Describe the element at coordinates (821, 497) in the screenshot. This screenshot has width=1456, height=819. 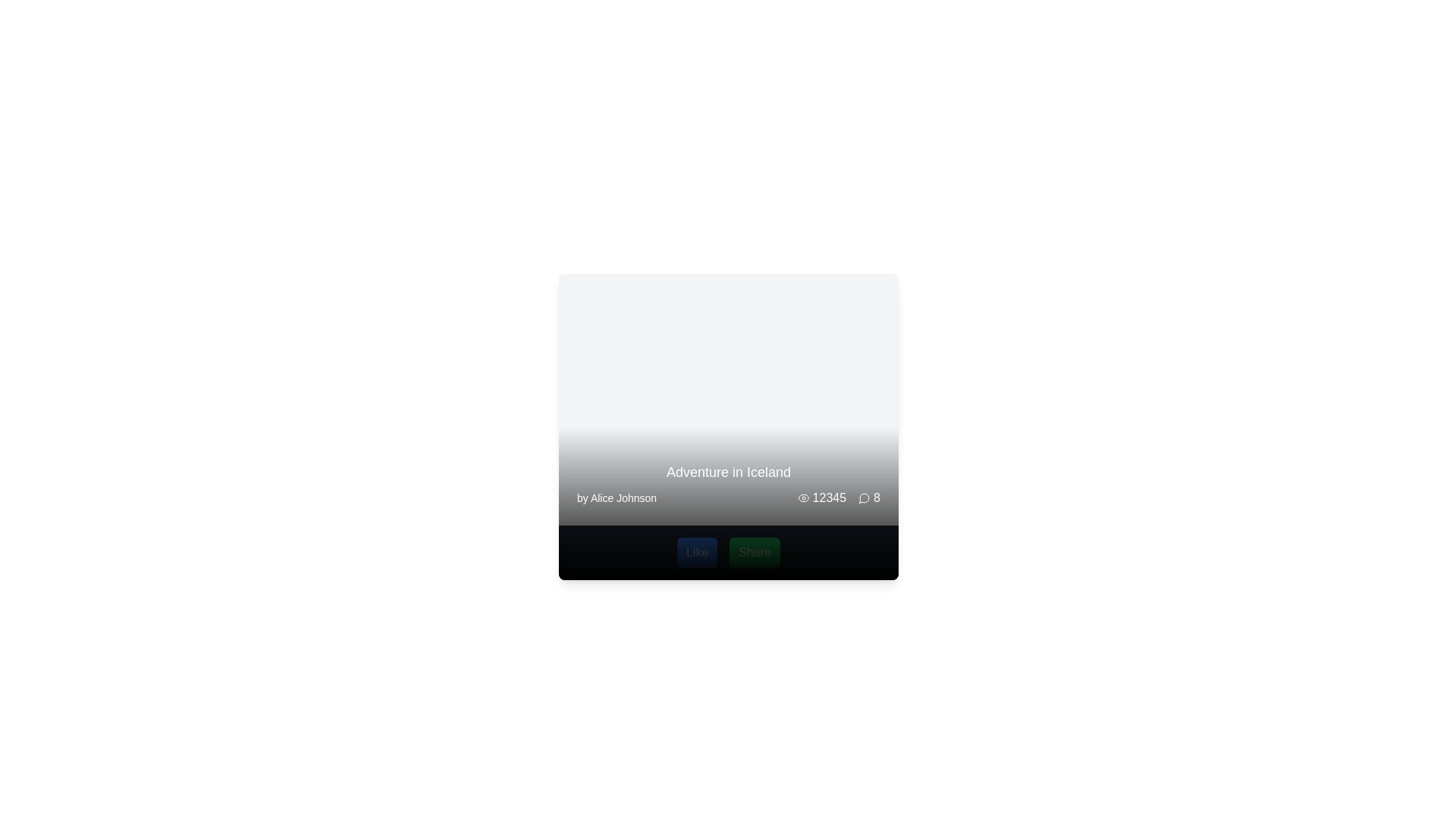
I see `the Information Display element that shows the number of views or instances, positioned to the left of a similar structure displaying the number '8' and a speech bubble icon` at that location.